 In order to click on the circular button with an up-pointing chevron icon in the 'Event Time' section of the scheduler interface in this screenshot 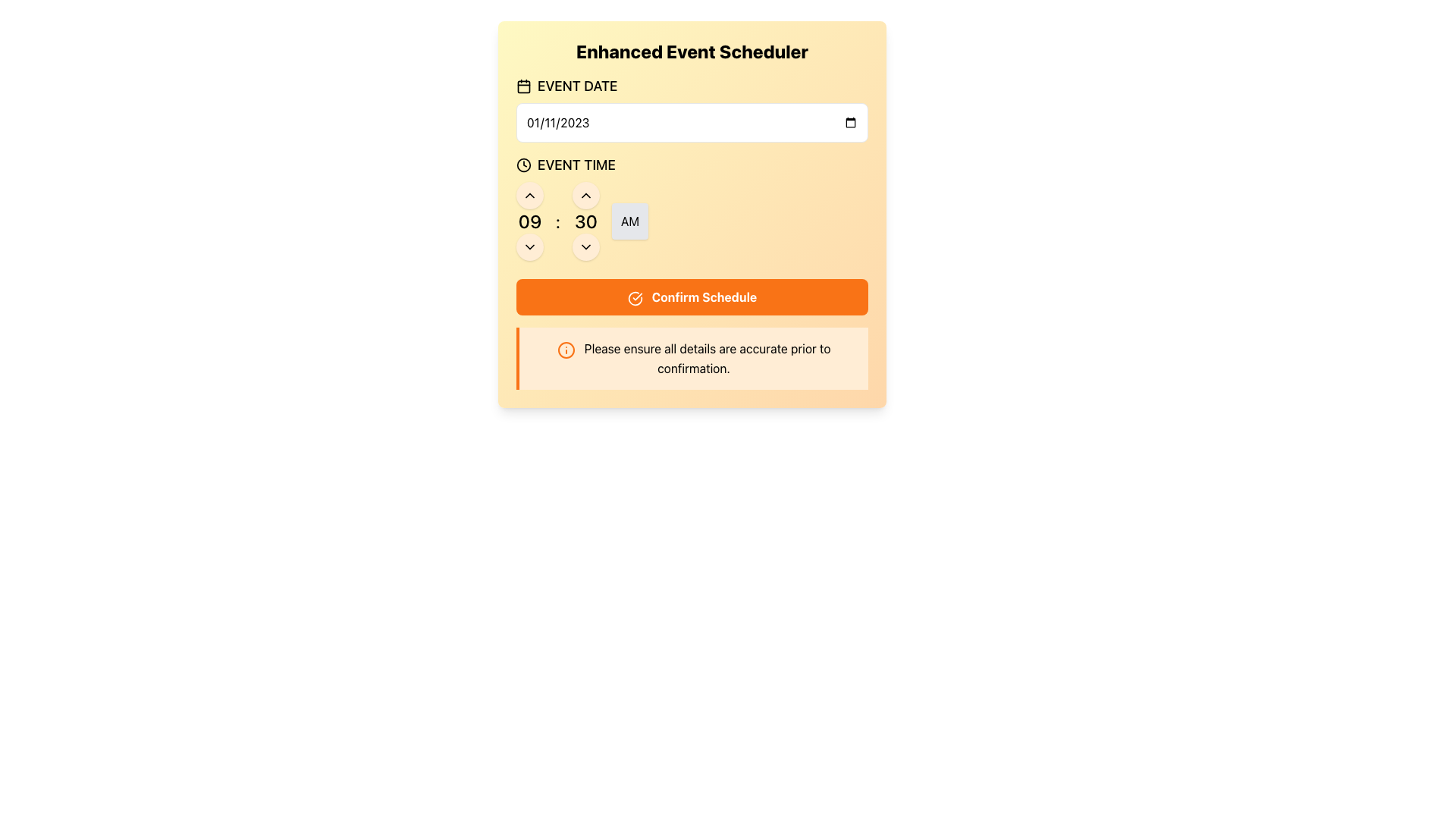, I will do `click(530, 195)`.